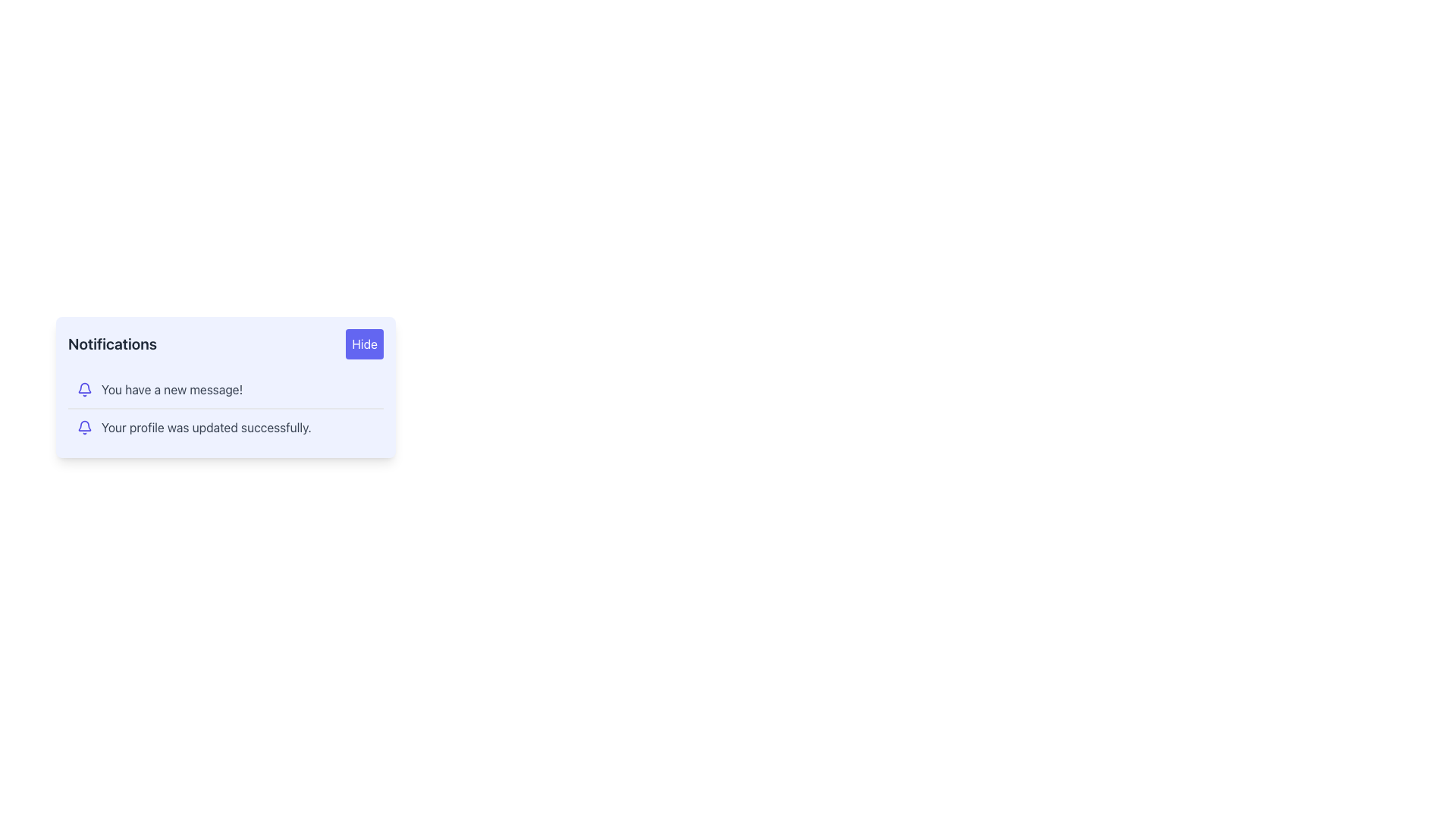  Describe the element at coordinates (83, 387) in the screenshot. I see `the bell icon in the notifications list, which indicates updates or messages and is located to the left of the text 'Your profile was updated successfully.'` at that location.